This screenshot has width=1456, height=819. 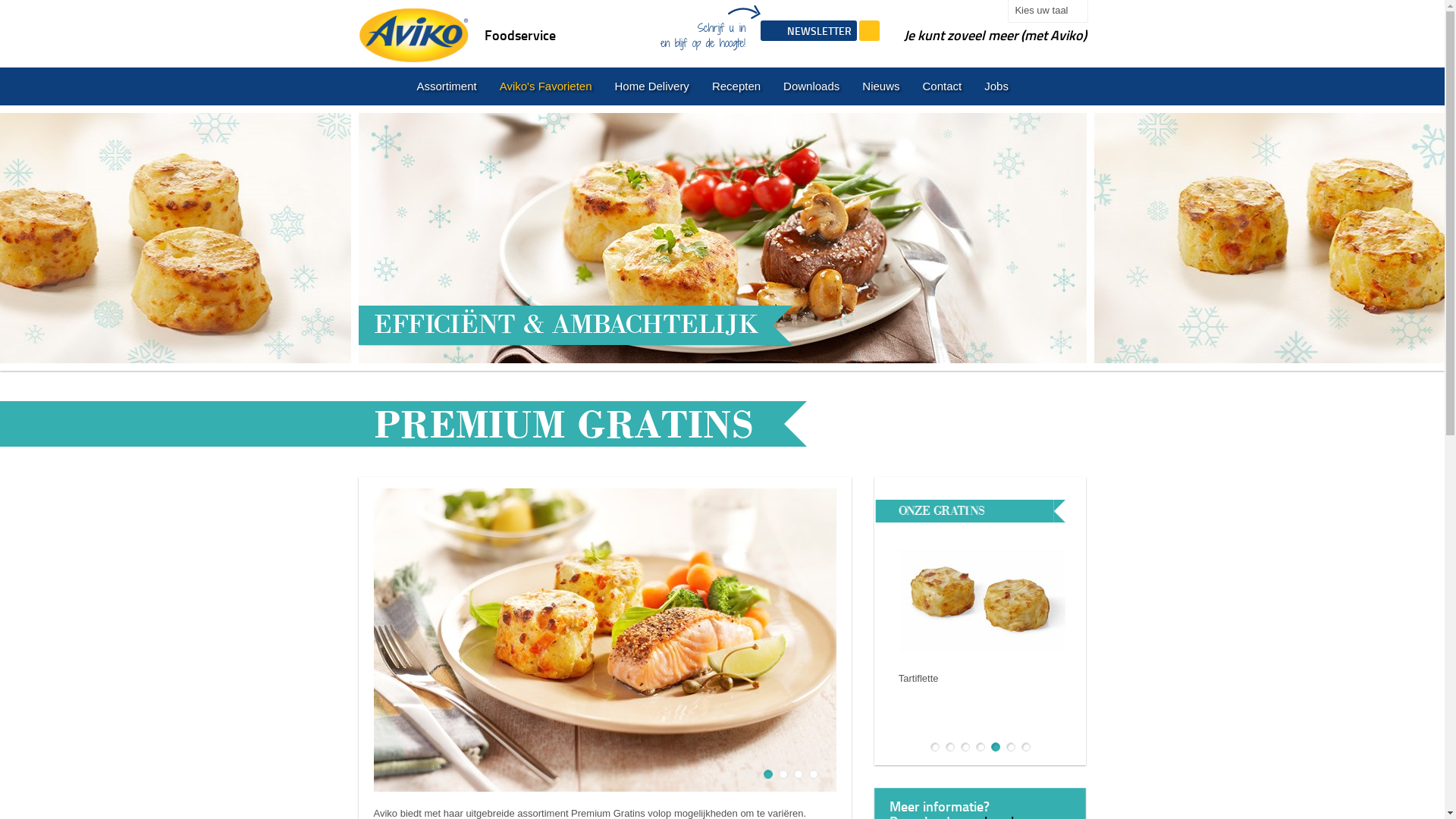 What do you see at coordinates (808, 774) in the screenshot?
I see `'4'` at bounding box center [808, 774].